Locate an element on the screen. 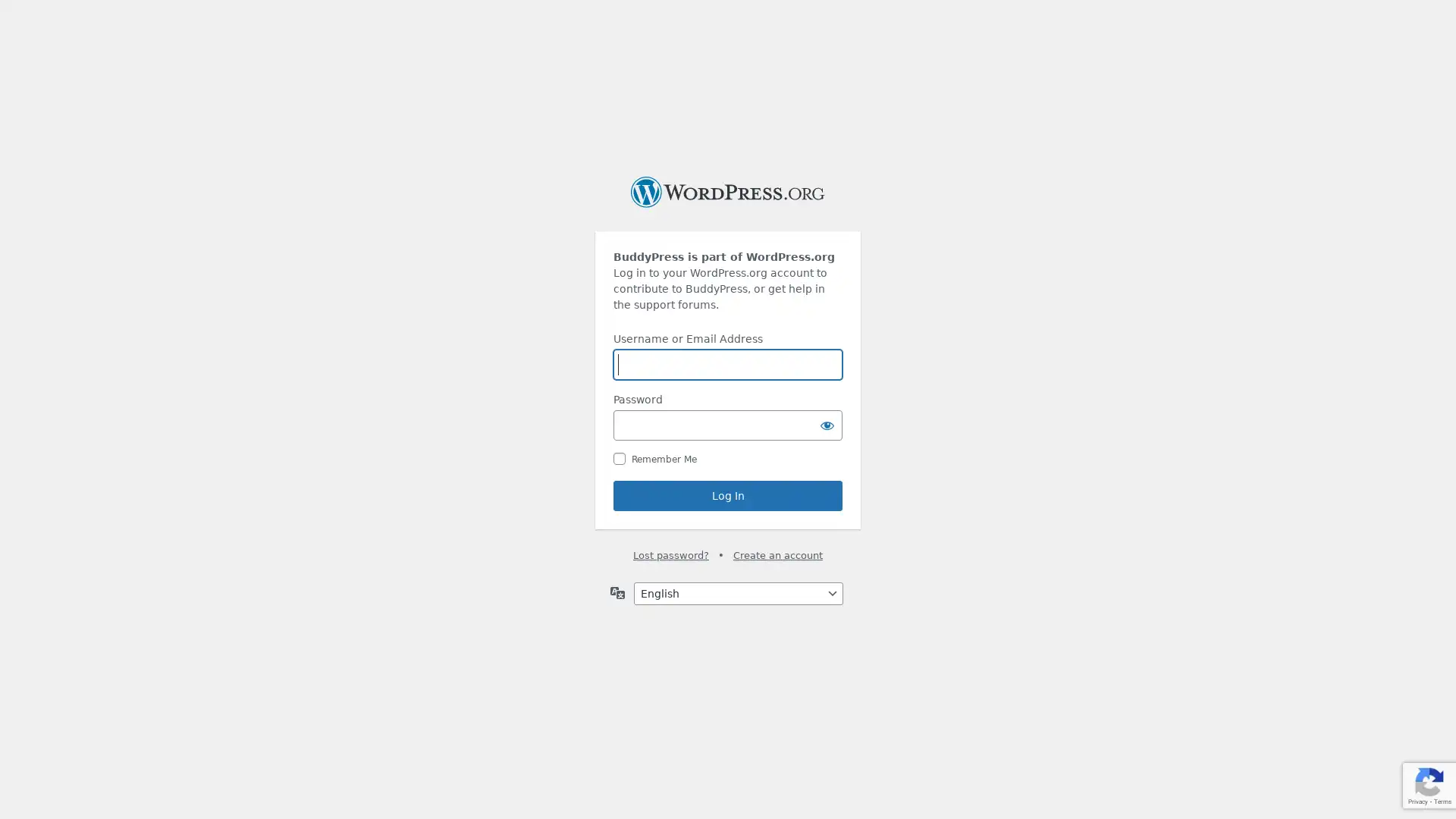  Log In is located at coordinates (728, 496).